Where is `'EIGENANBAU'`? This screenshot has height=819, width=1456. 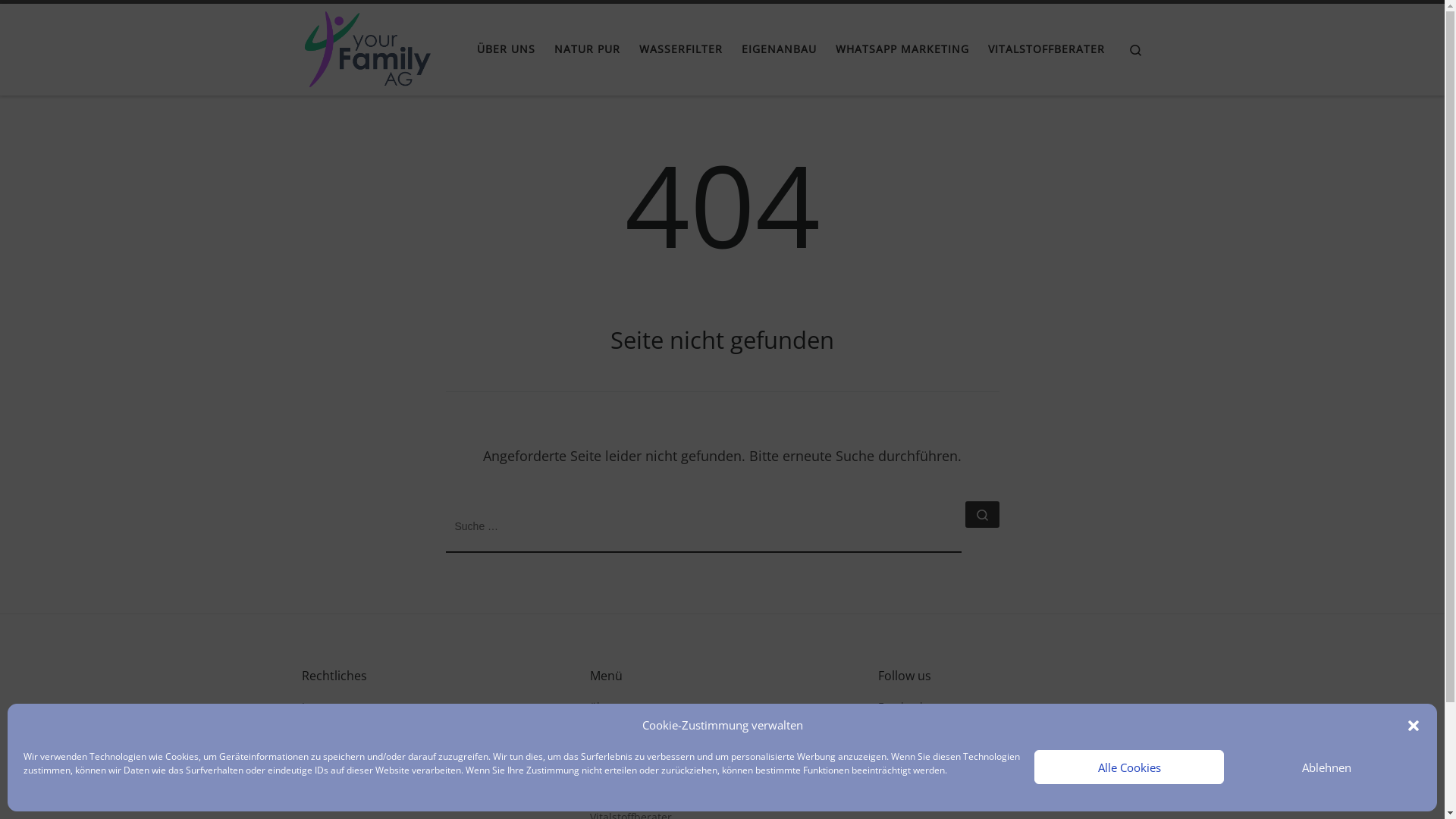
'EIGENANBAU' is located at coordinates (779, 49).